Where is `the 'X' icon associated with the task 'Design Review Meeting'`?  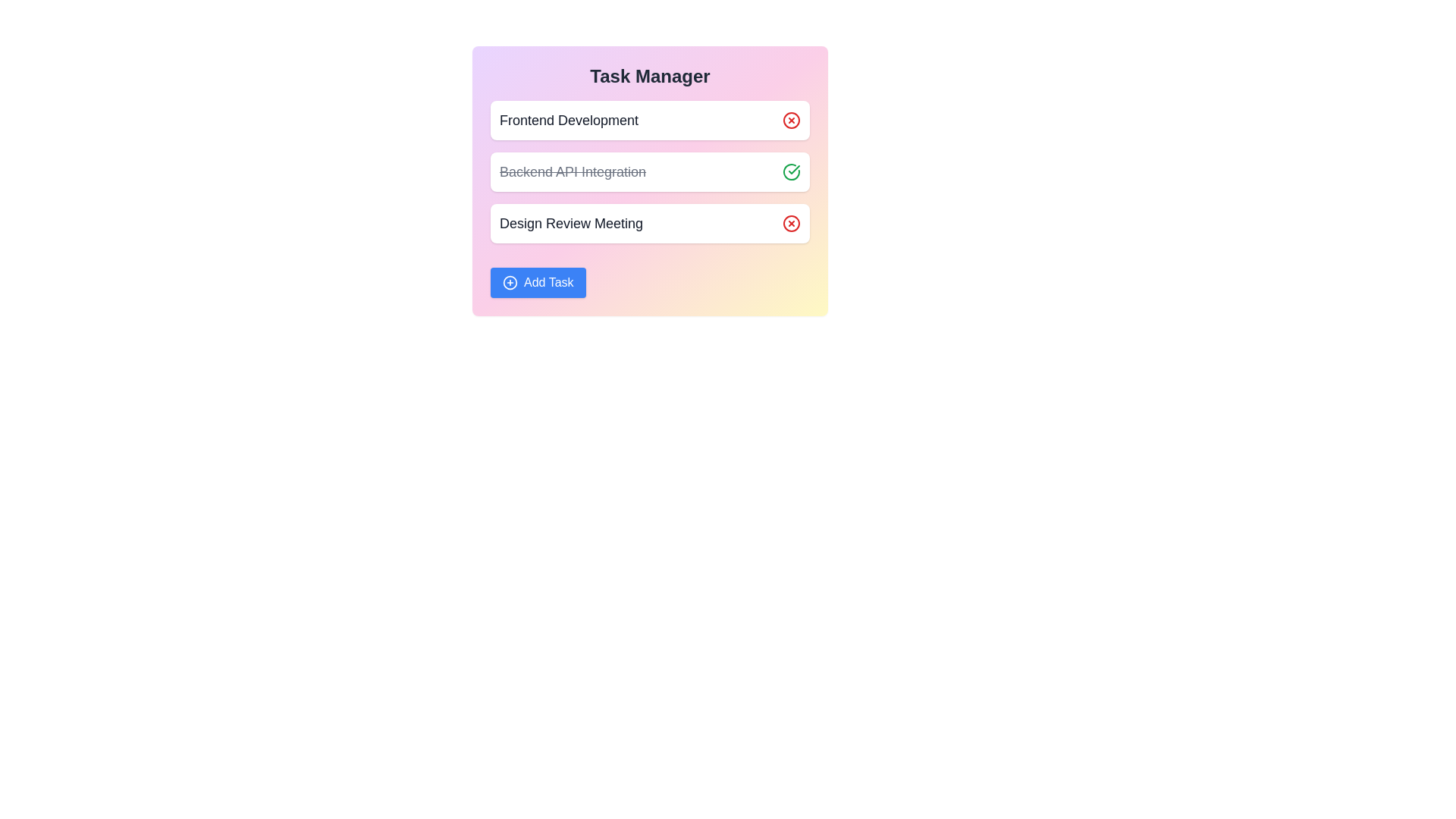
the 'X' icon associated with the task 'Design Review Meeting' is located at coordinates (790, 223).